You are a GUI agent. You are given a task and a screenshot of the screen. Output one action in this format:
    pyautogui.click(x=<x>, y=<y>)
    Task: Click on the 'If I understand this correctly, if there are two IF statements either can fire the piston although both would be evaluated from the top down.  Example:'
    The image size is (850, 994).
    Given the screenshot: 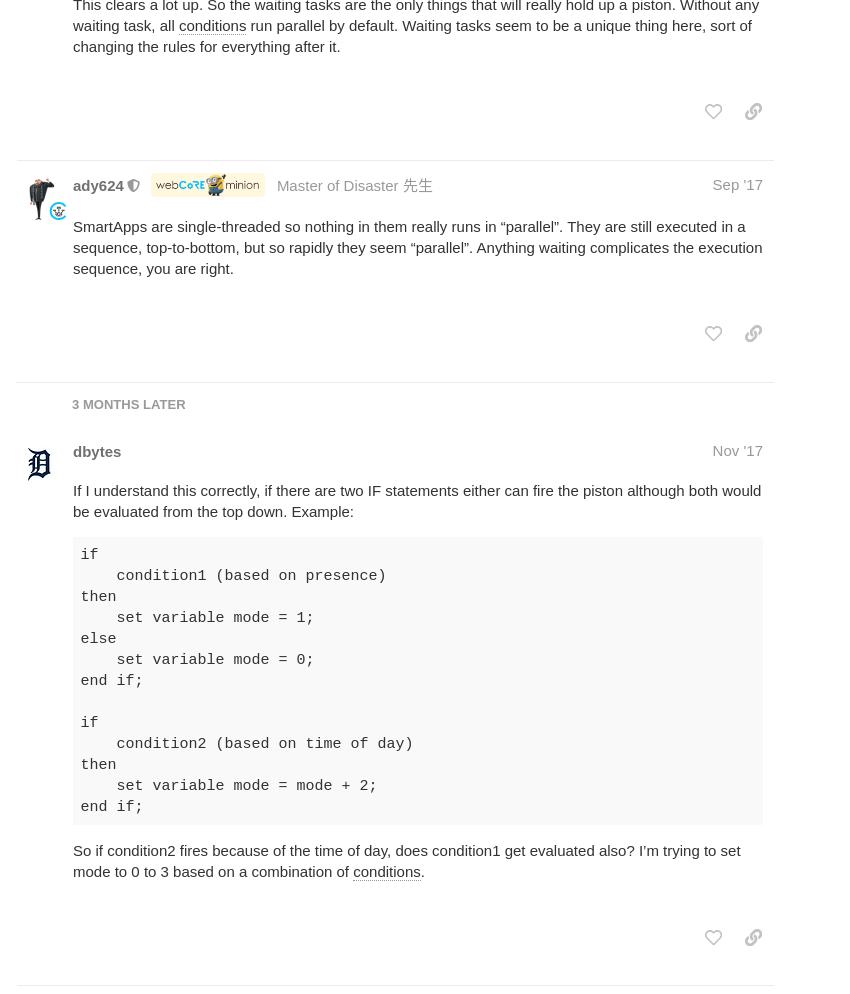 What is the action you would take?
    pyautogui.click(x=417, y=500)
    